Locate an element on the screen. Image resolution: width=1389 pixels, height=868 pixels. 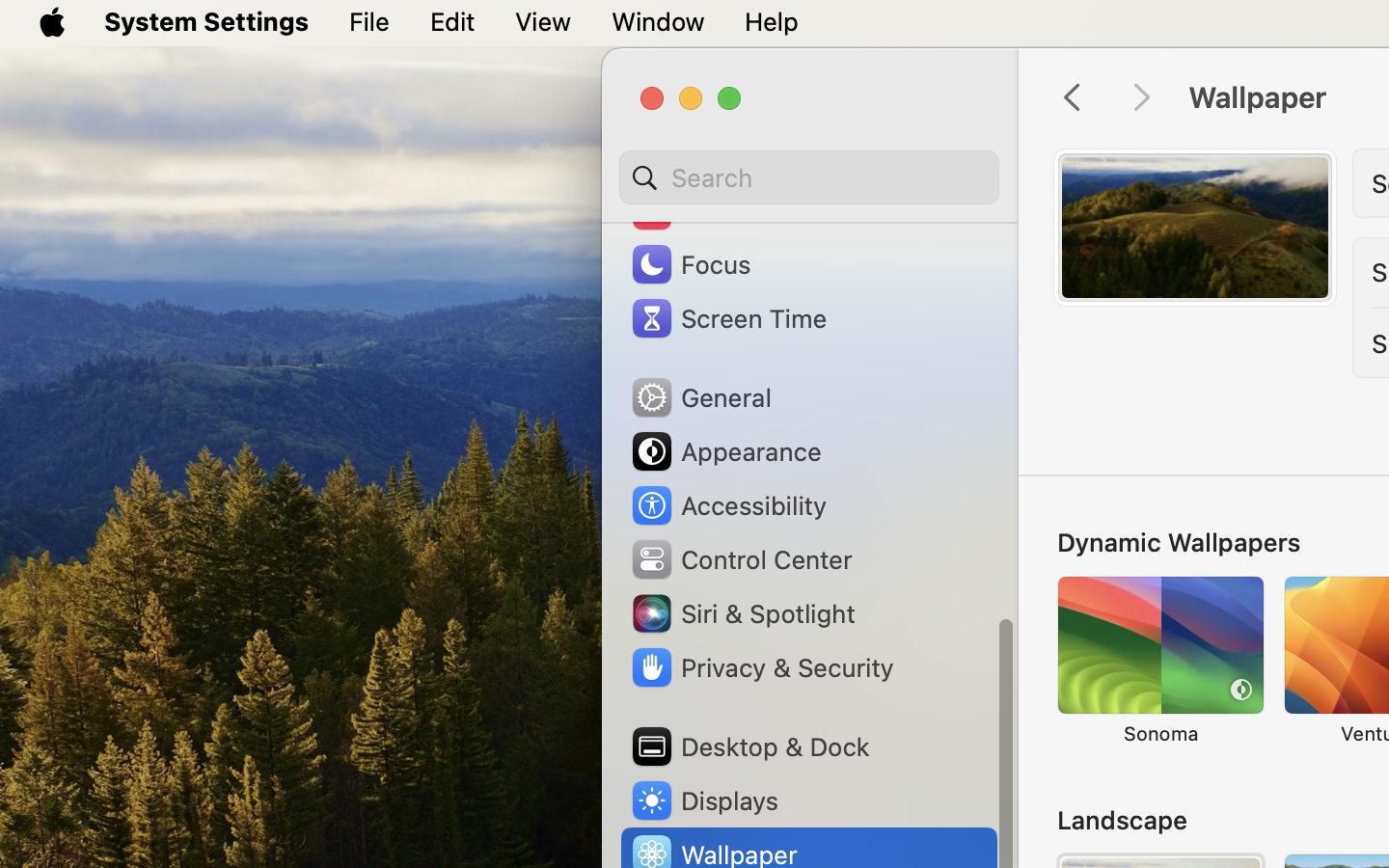
'Landscape' is located at coordinates (1122, 819).